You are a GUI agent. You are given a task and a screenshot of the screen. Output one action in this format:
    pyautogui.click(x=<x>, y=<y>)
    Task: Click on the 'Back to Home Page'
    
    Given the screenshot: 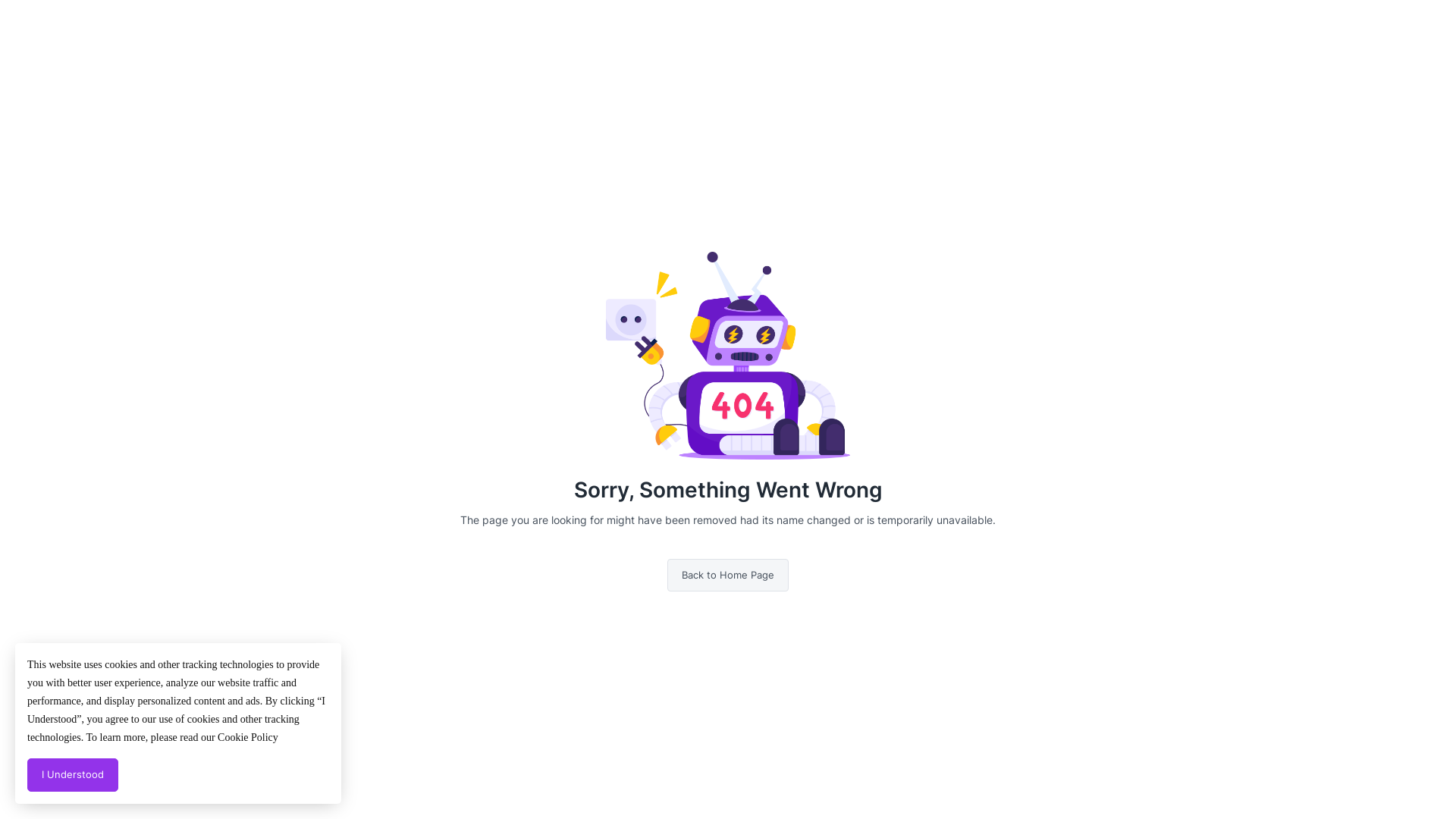 What is the action you would take?
    pyautogui.click(x=728, y=576)
    